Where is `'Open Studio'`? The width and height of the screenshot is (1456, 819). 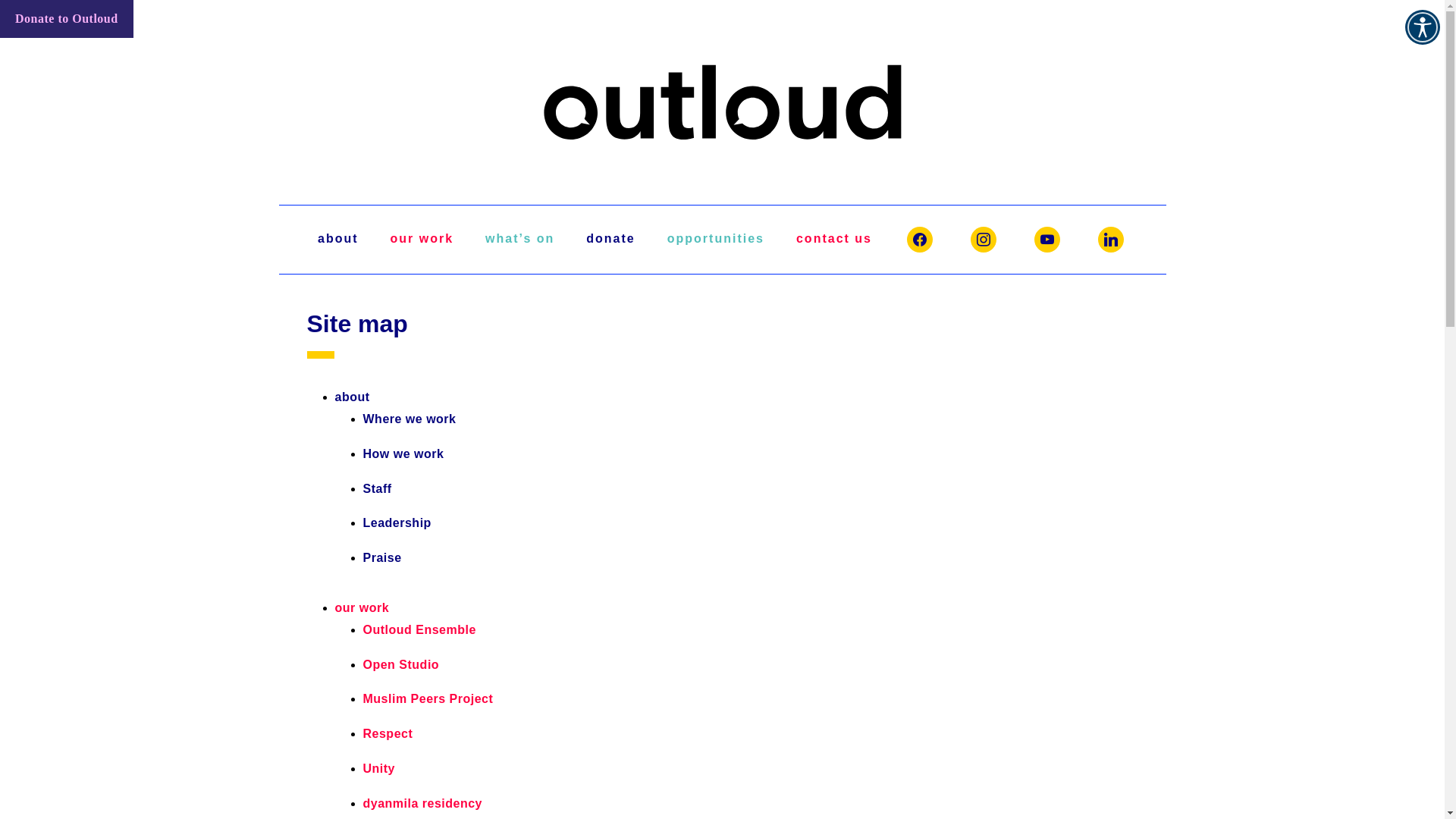 'Open Studio' is located at coordinates (400, 664).